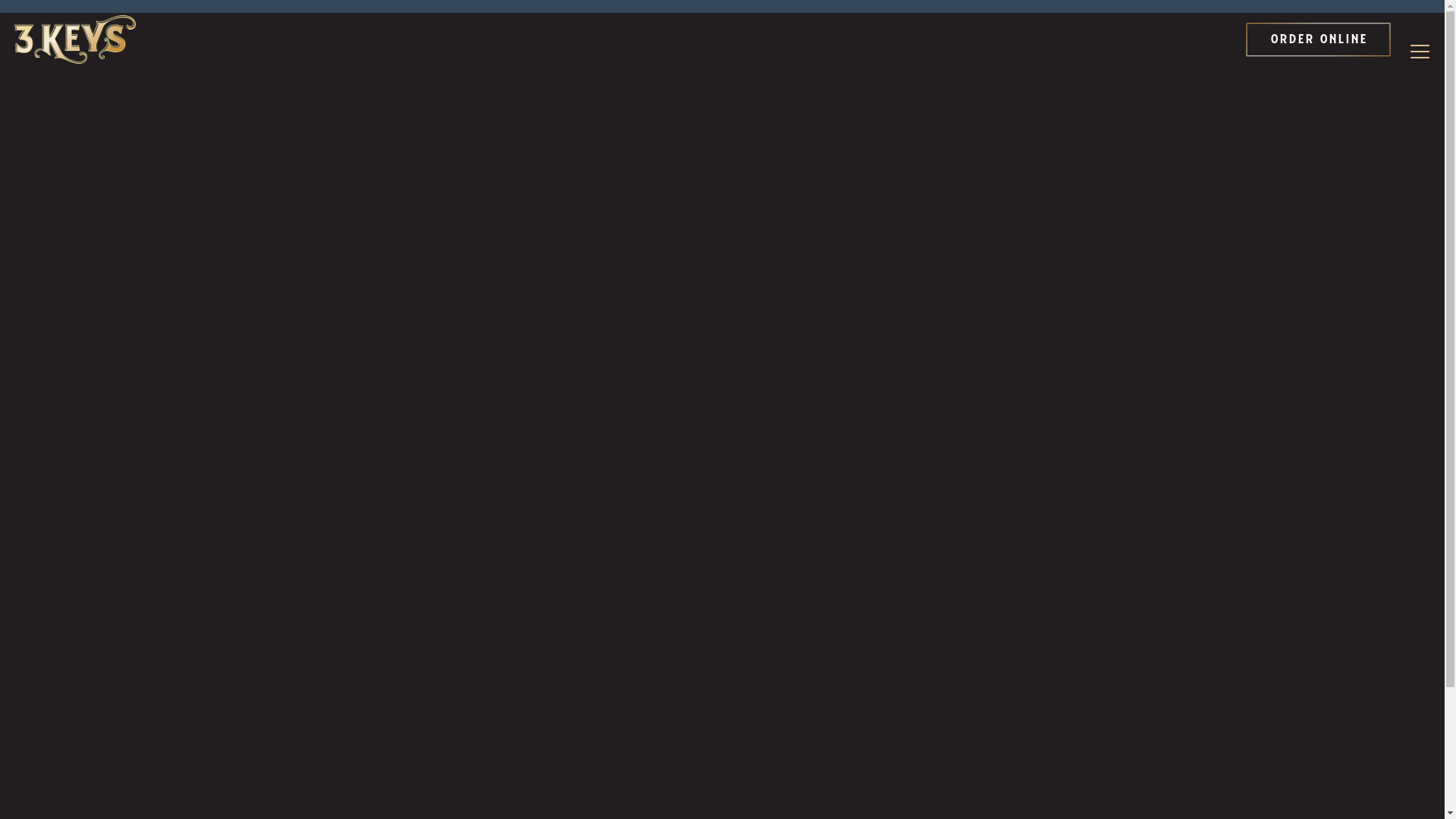 This screenshot has height=819, width=1456. What do you see at coordinates (1317, 38) in the screenshot?
I see `'ORDER ONLINE'` at bounding box center [1317, 38].